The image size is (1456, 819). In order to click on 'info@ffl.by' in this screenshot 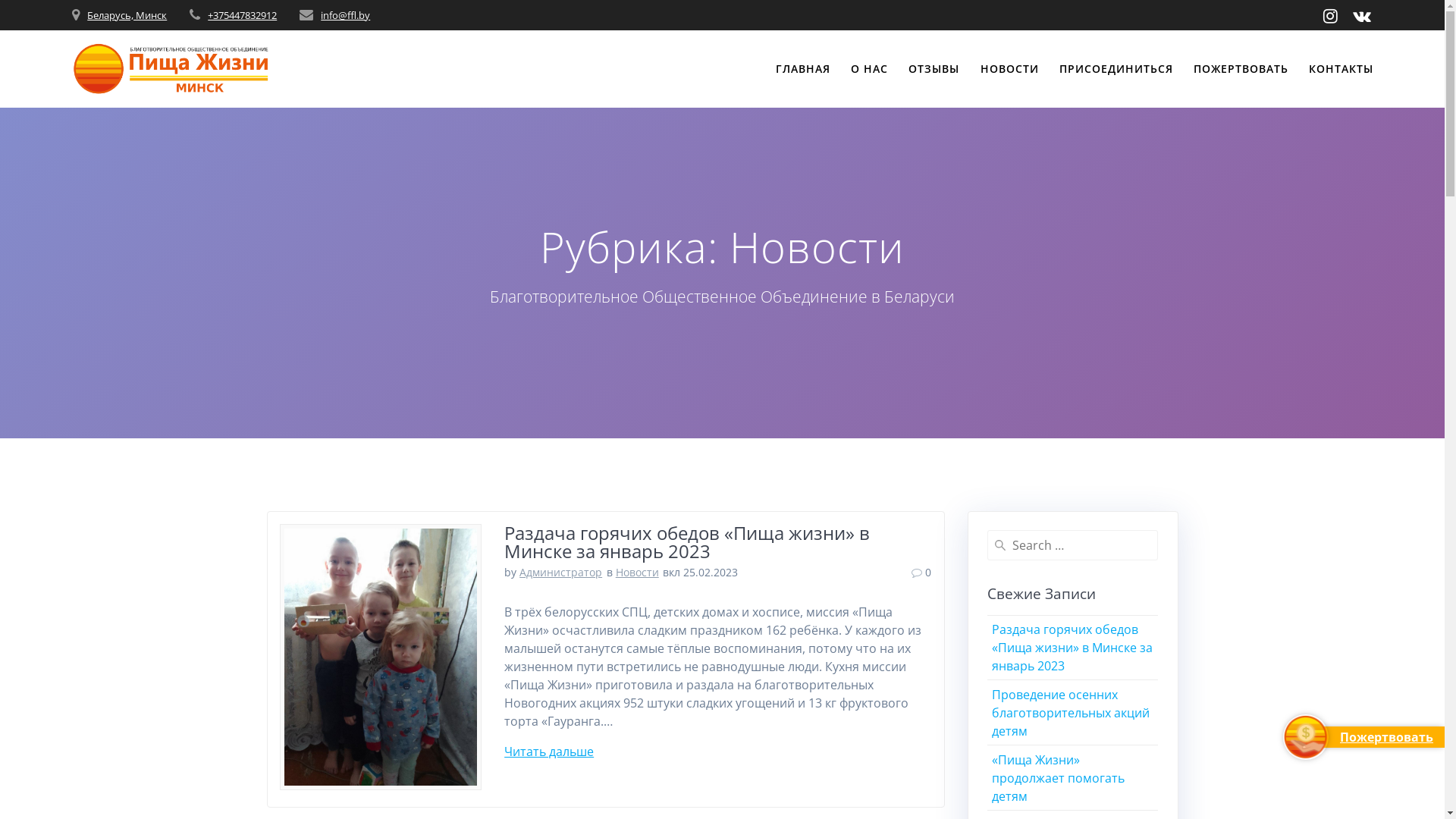, I will do `click(319, 14)`.